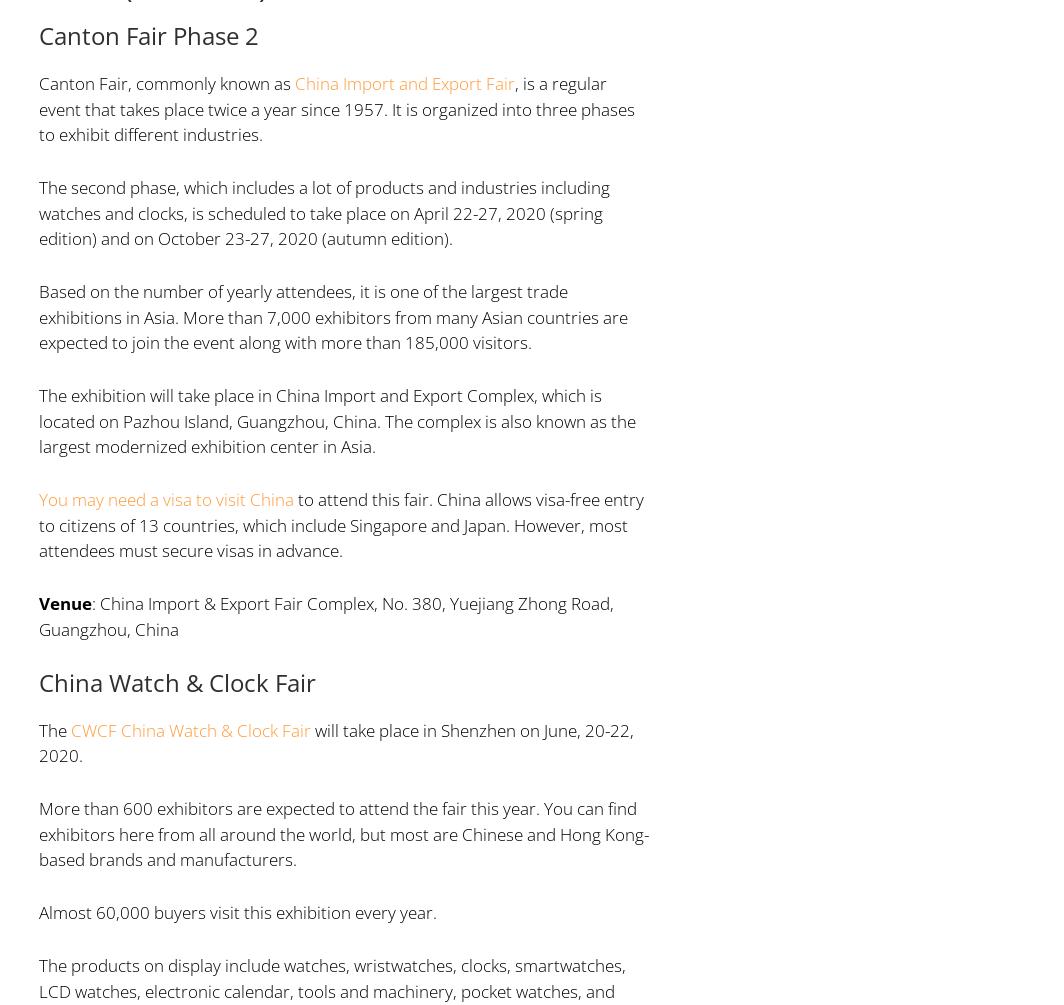 Image resolution: width=1064 pixels, height=1005 pixels. Describe the element at coordinates (340, 524) in the screenshot. I see `'to attend this fair. China allows visa-free entry to citizens of 13 countries, which include Singapore and Japan. However, most attendees must secure visas in advance.'` at that location.